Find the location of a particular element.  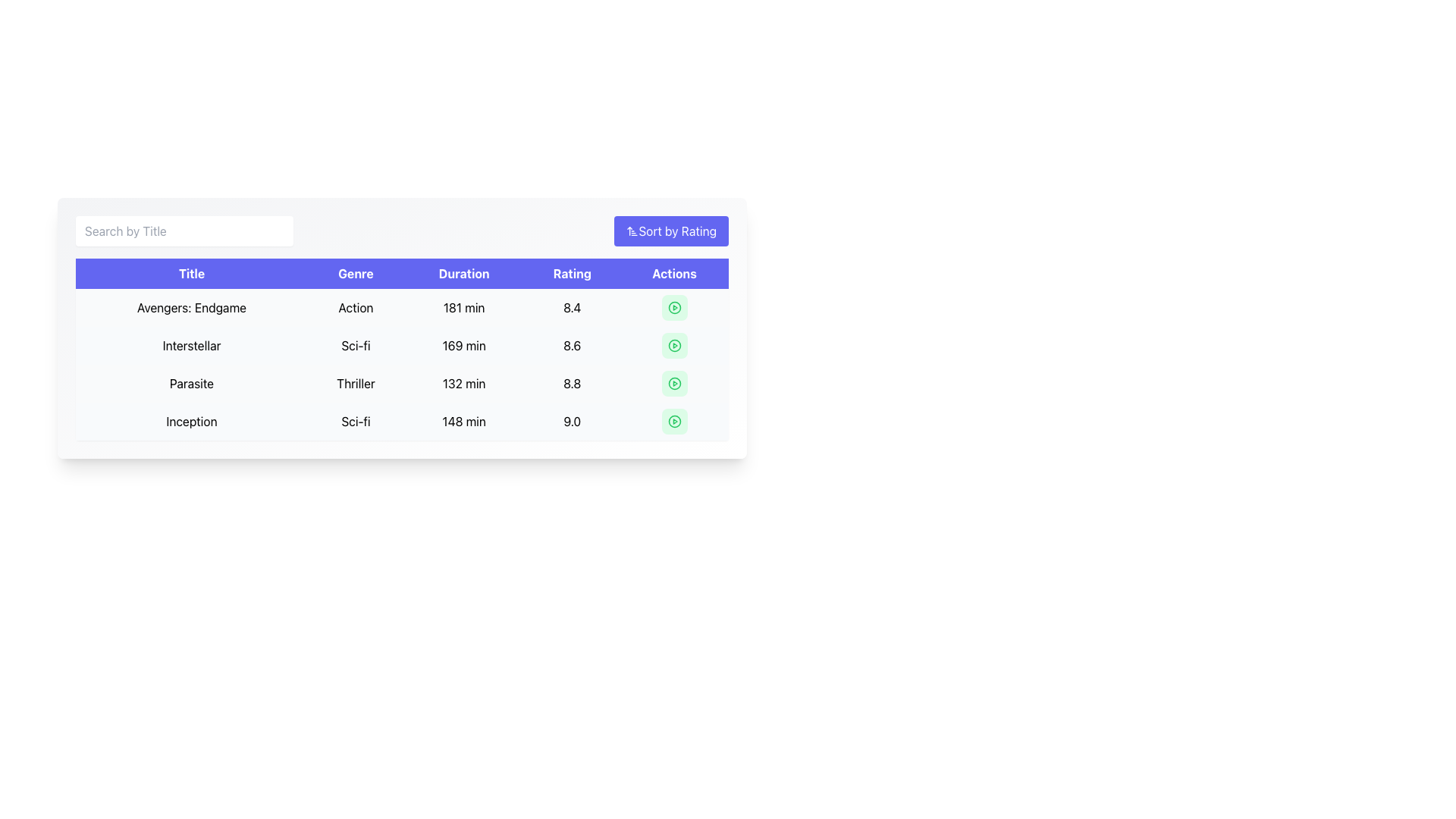

the Table Header element, which is the first item in the row with the text 'Title' in bold white font on a bright purple background is located at coordinates (191, 274).